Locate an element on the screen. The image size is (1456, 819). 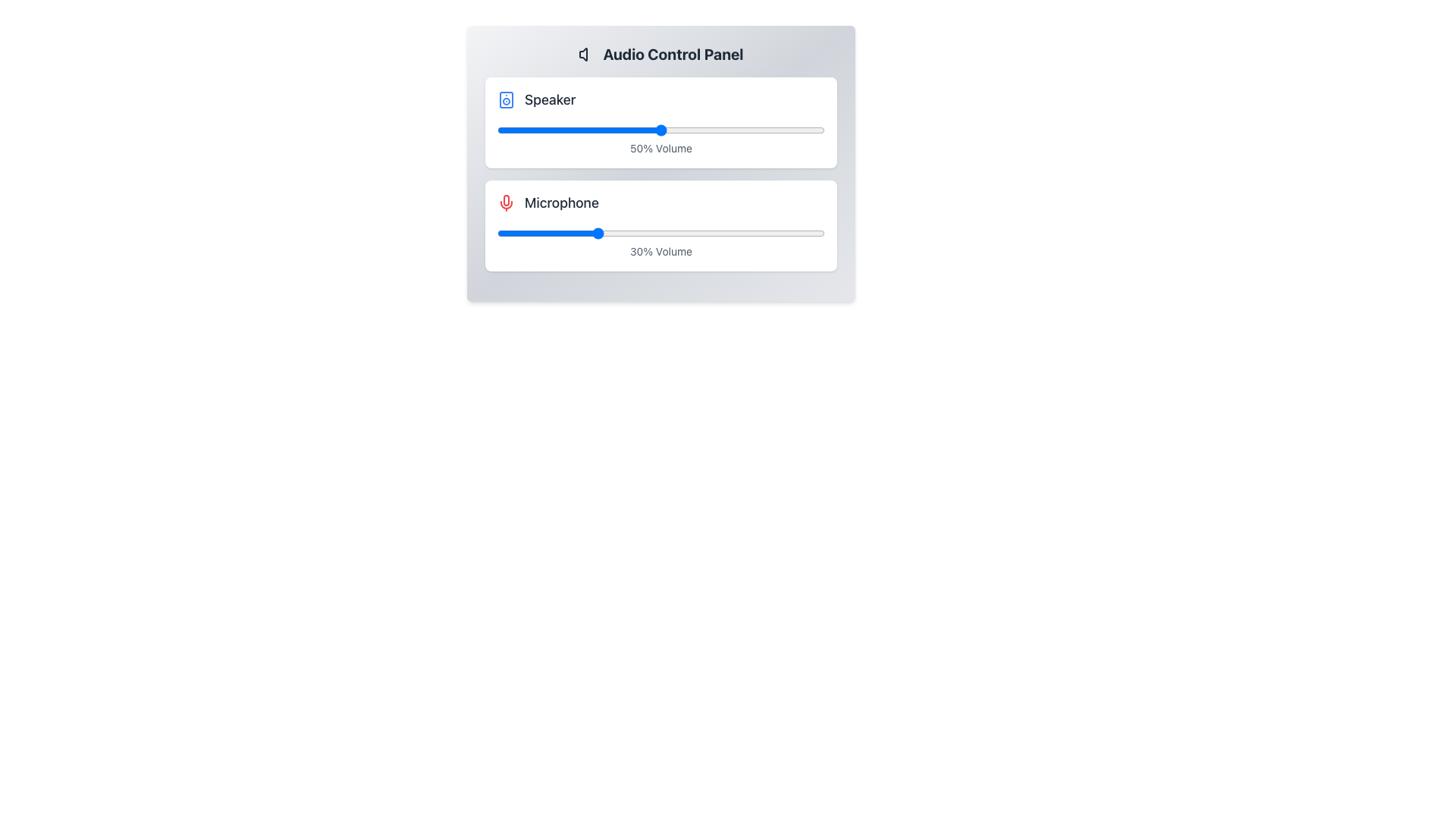
the microphone control icon located next to the 'Microphone' label in the 'Audio Control Panel' widget is located at coordinates (506, 199).